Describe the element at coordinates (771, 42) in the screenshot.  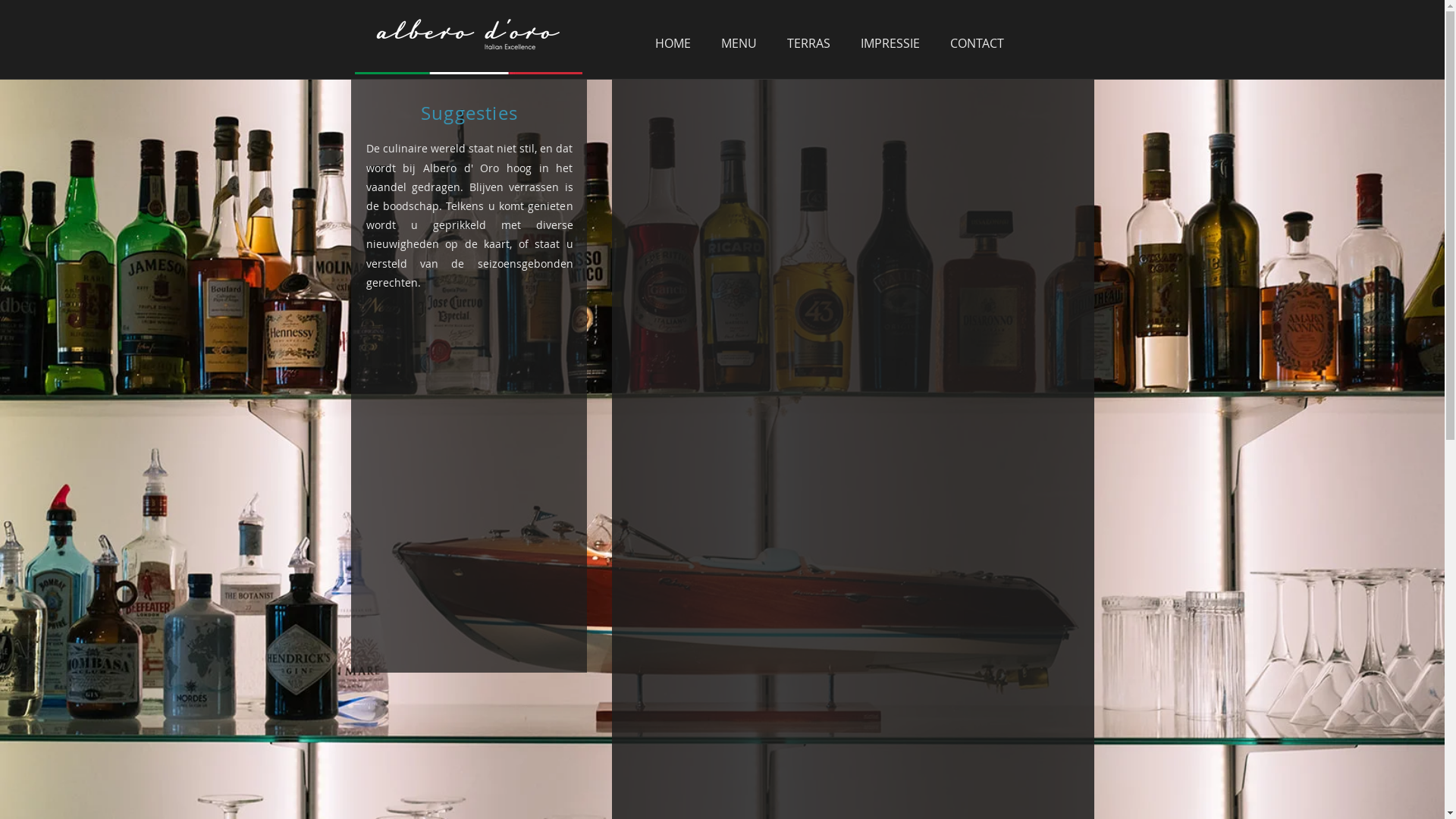
I see `'TERRAS'` at that location.